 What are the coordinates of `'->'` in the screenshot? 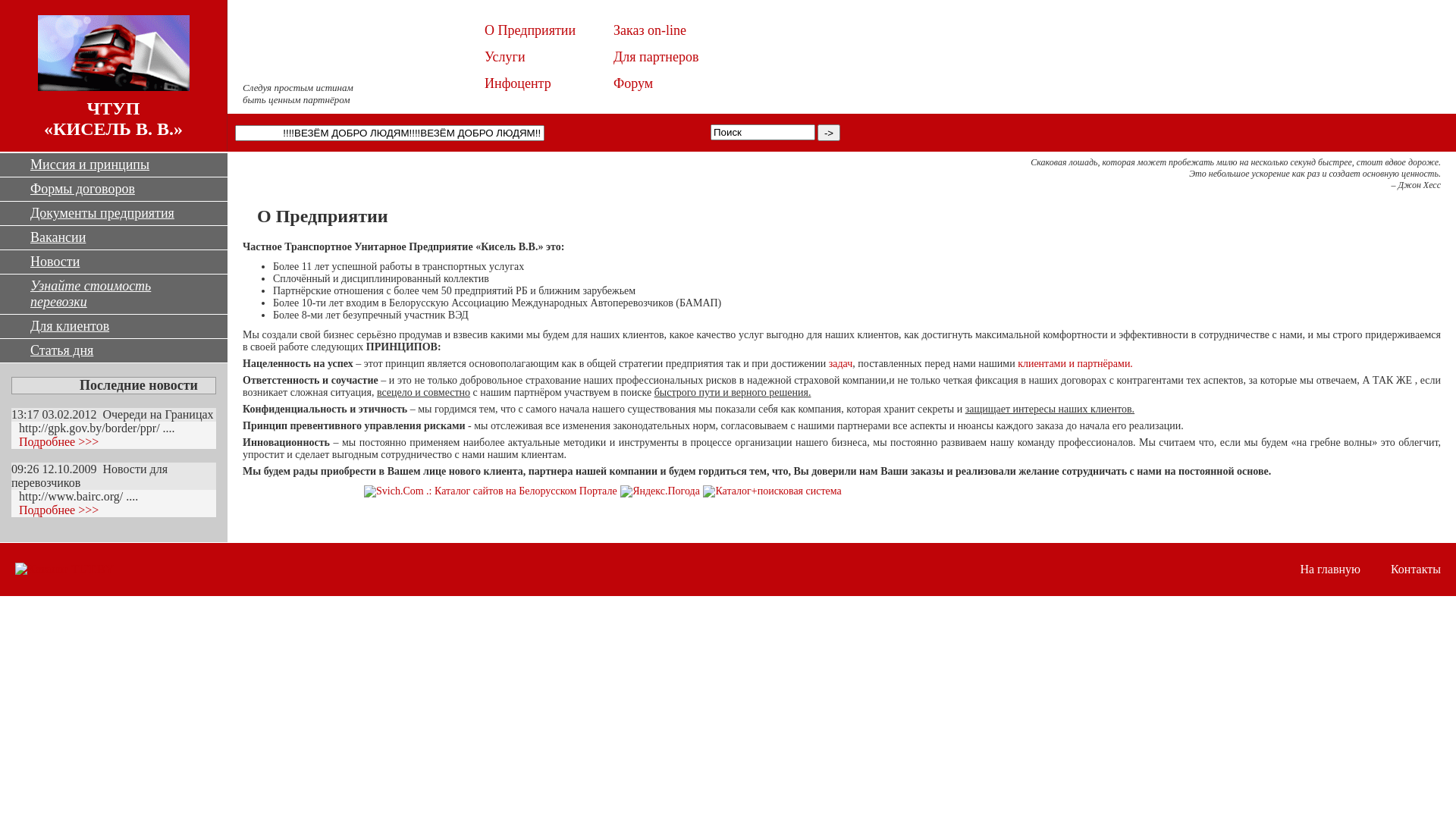 It's located at (828, 131).